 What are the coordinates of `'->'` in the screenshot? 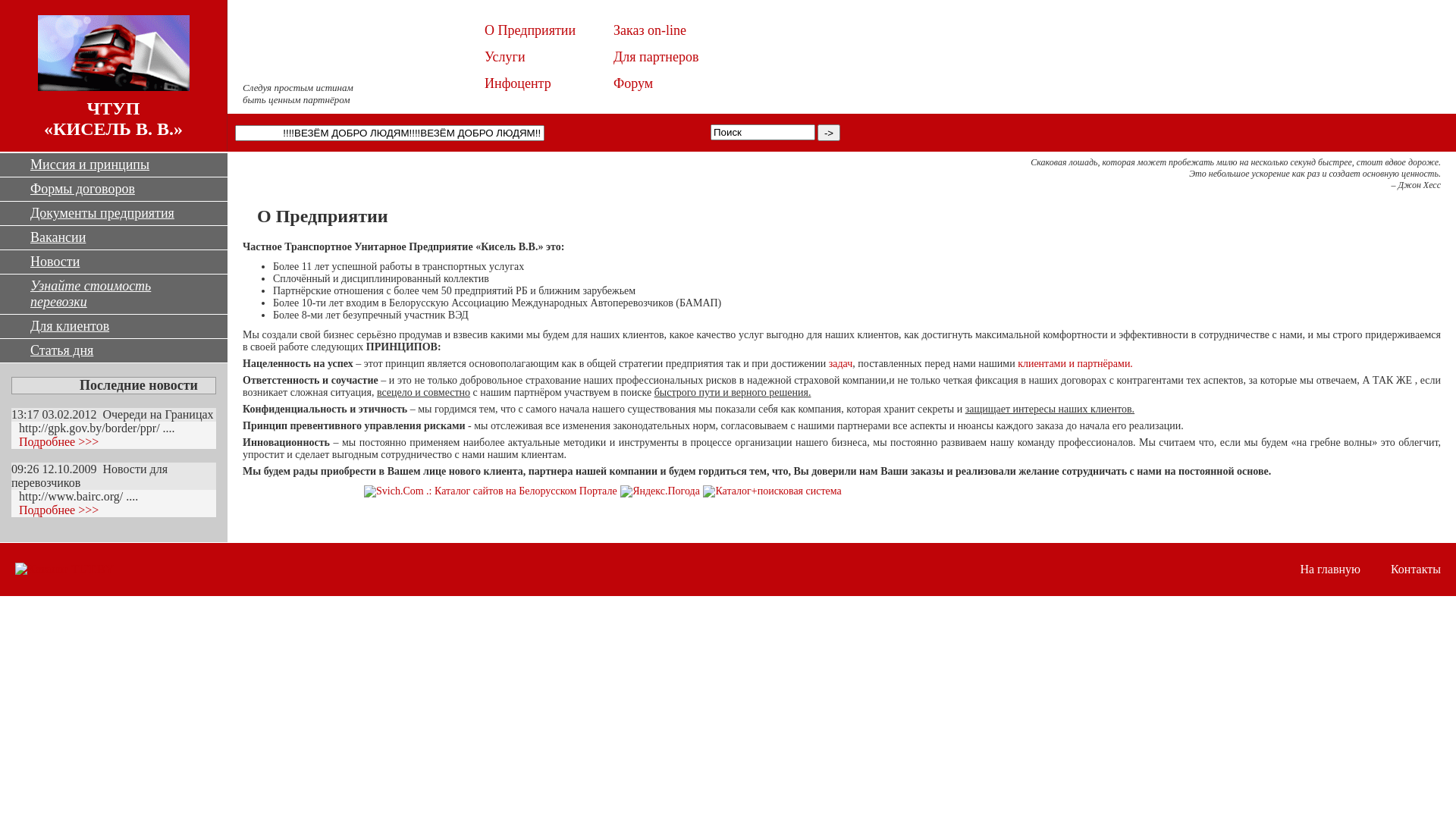 It's located at (828, 131).